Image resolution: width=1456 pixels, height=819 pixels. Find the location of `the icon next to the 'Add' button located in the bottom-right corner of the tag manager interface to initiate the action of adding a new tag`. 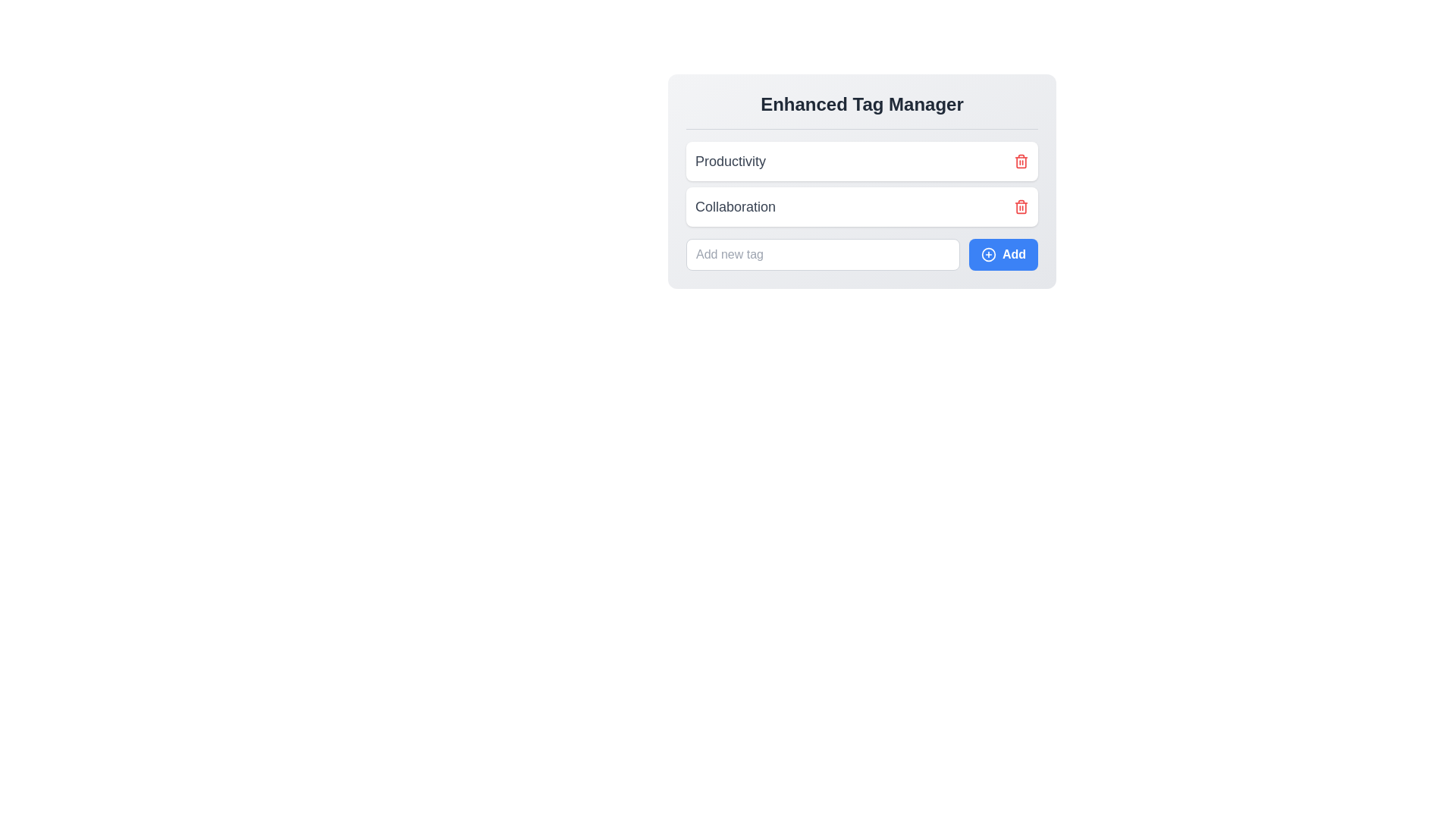

the icon next to the 'Add' button located in the bottom-right corner of the tag manager interface to initiate the action of adding a new tag is located at coordinates (988, 253).